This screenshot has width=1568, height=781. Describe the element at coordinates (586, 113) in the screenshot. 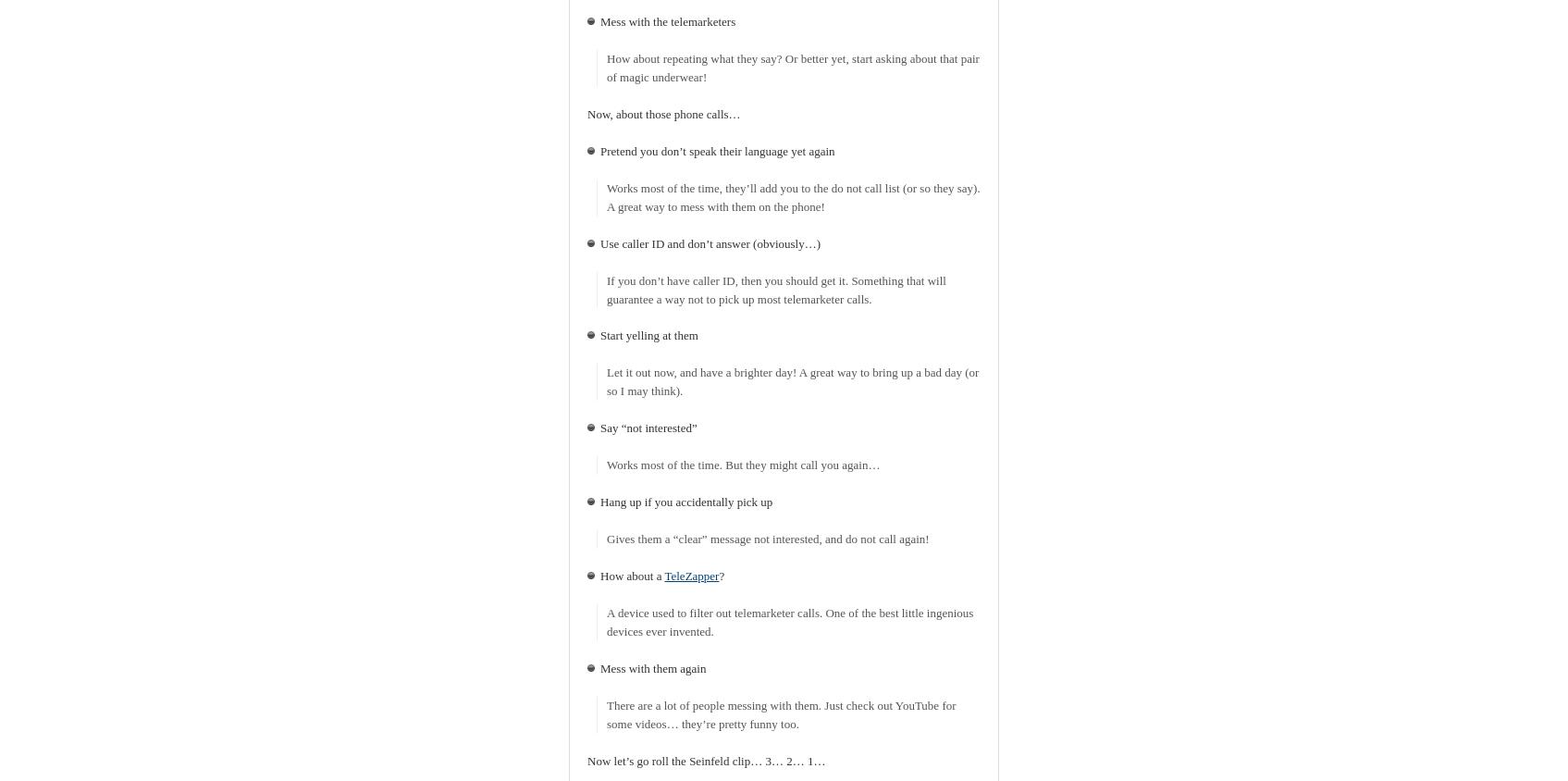

I see `'Now, about those phone calls…'` at that location.